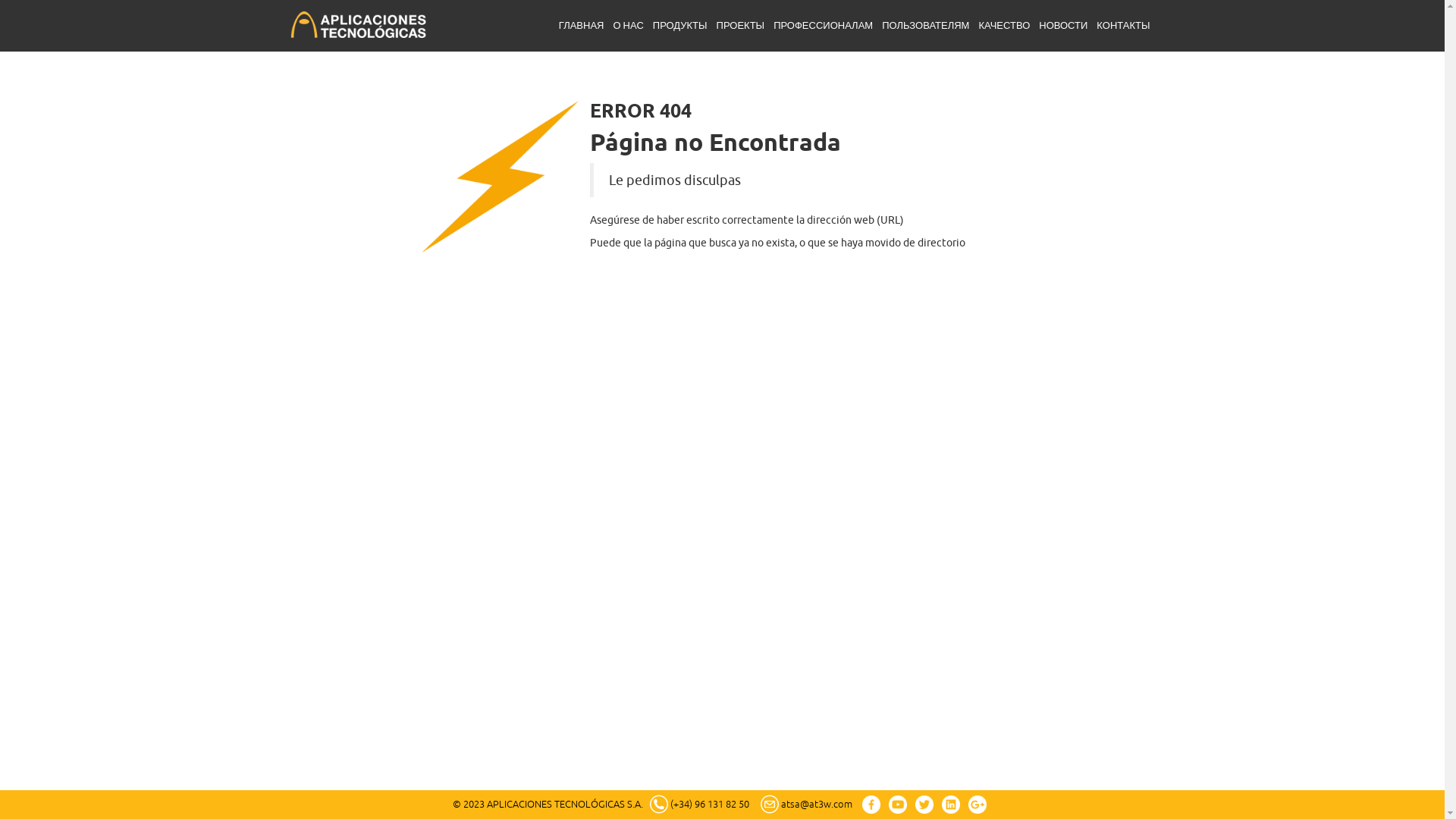 The height and width of the screenshot is (819, 1456). Describe the element at coordinates (871, 803) in the screenshot. I see `'Facebook'` at that location.